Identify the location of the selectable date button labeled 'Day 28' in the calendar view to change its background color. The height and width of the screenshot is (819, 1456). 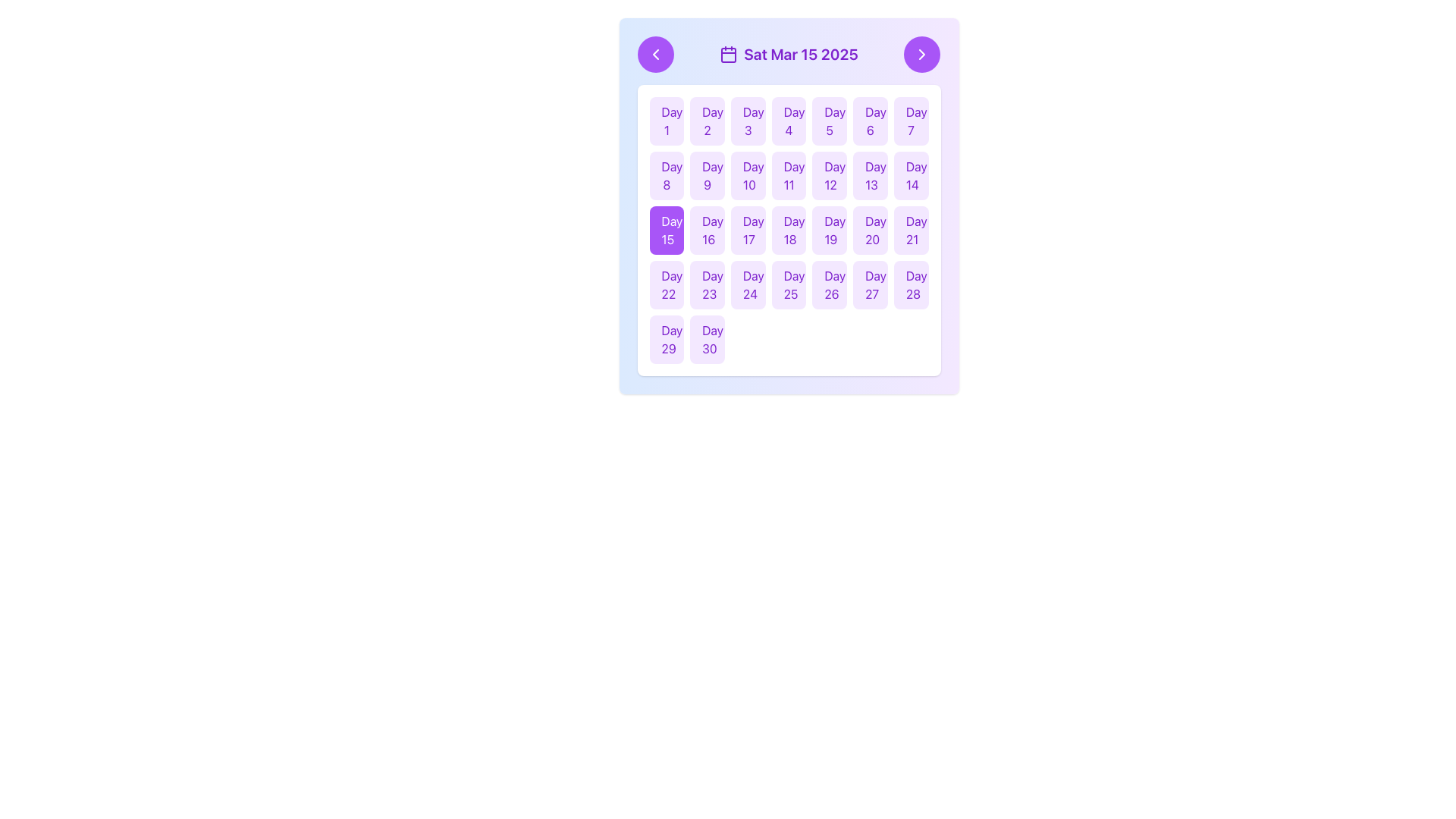
(910, 284).